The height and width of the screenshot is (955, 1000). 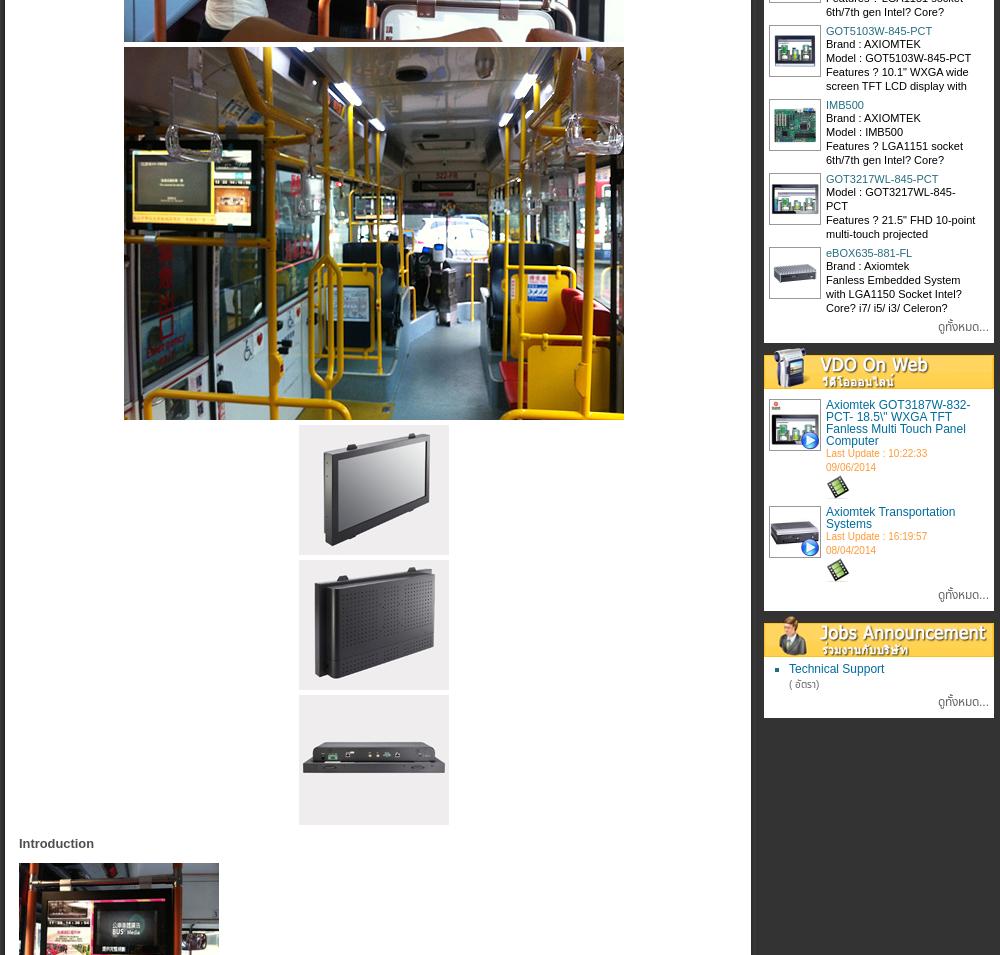 What do you see at coordinates (876, 316) in the screenshot?
I see `'Last Update : 16:07:15 19/04/2017'` at bounding box center [876, 316].